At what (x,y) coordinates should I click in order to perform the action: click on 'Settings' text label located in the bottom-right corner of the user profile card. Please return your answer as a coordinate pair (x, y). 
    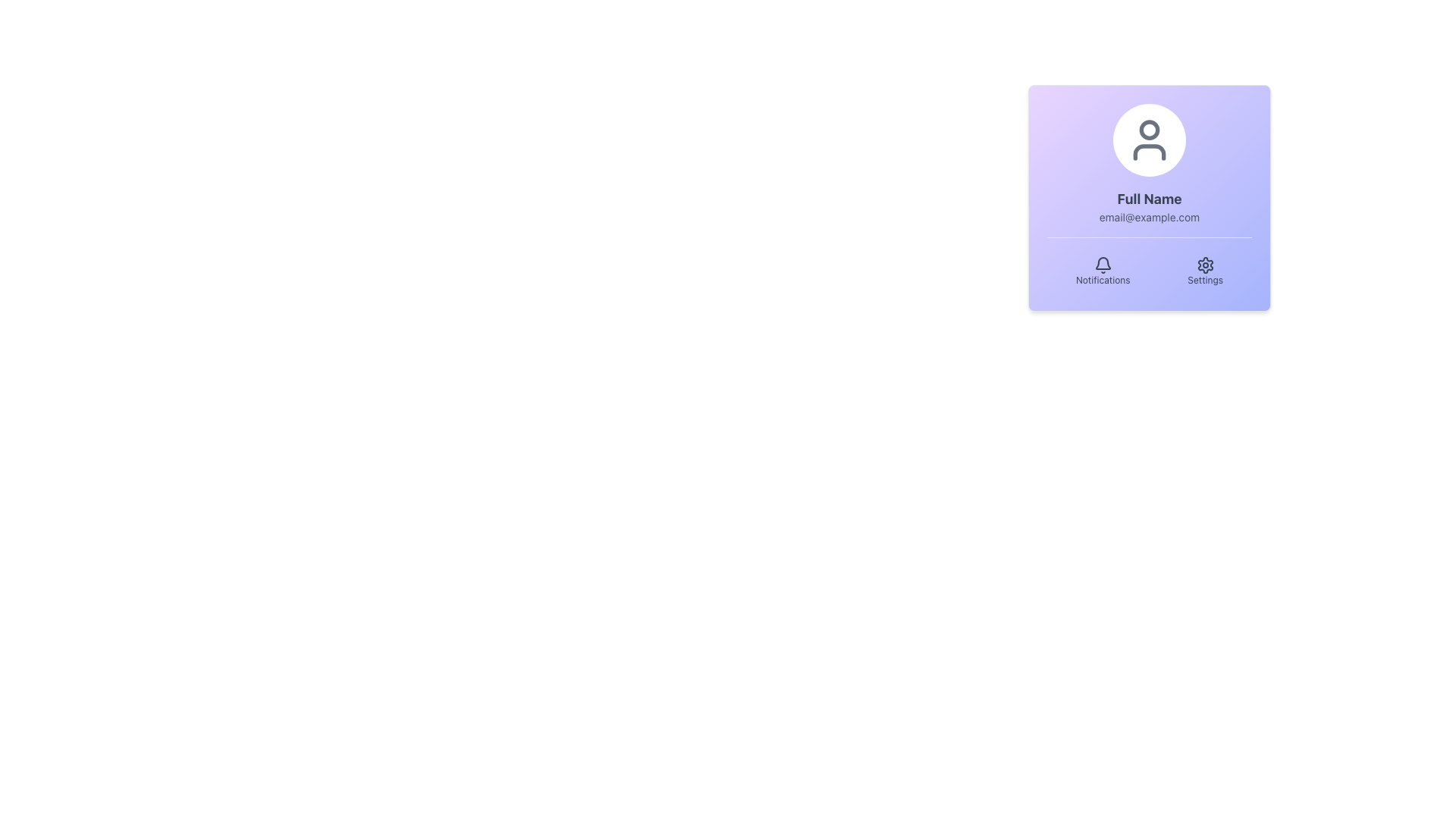
    Looking at the image, I should click on (1204, 281).